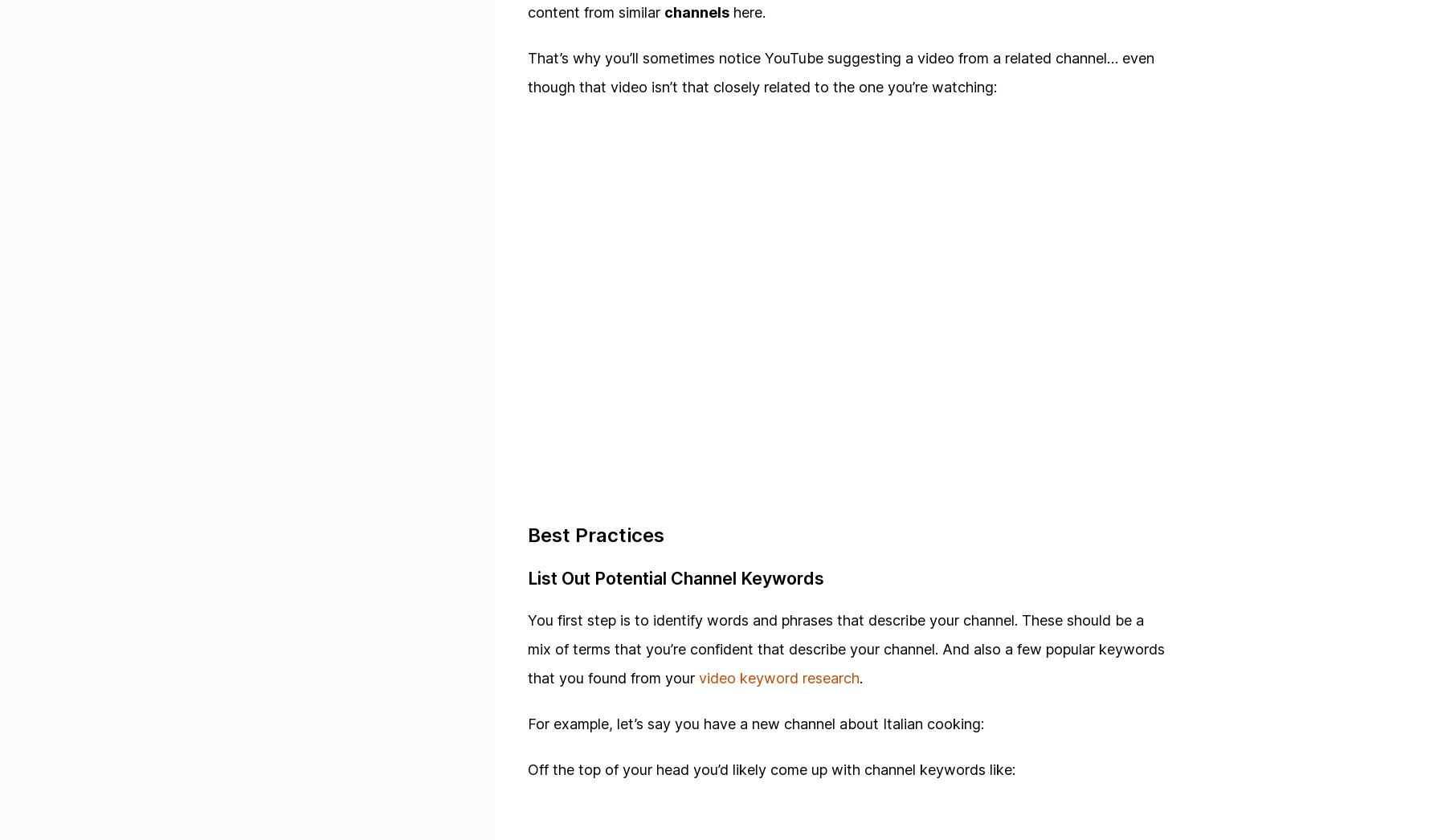 This screenshot has height=840, width=1446. Describe the element at coordinates (859, 677) in the screenshot. I see `'.'` at that location.